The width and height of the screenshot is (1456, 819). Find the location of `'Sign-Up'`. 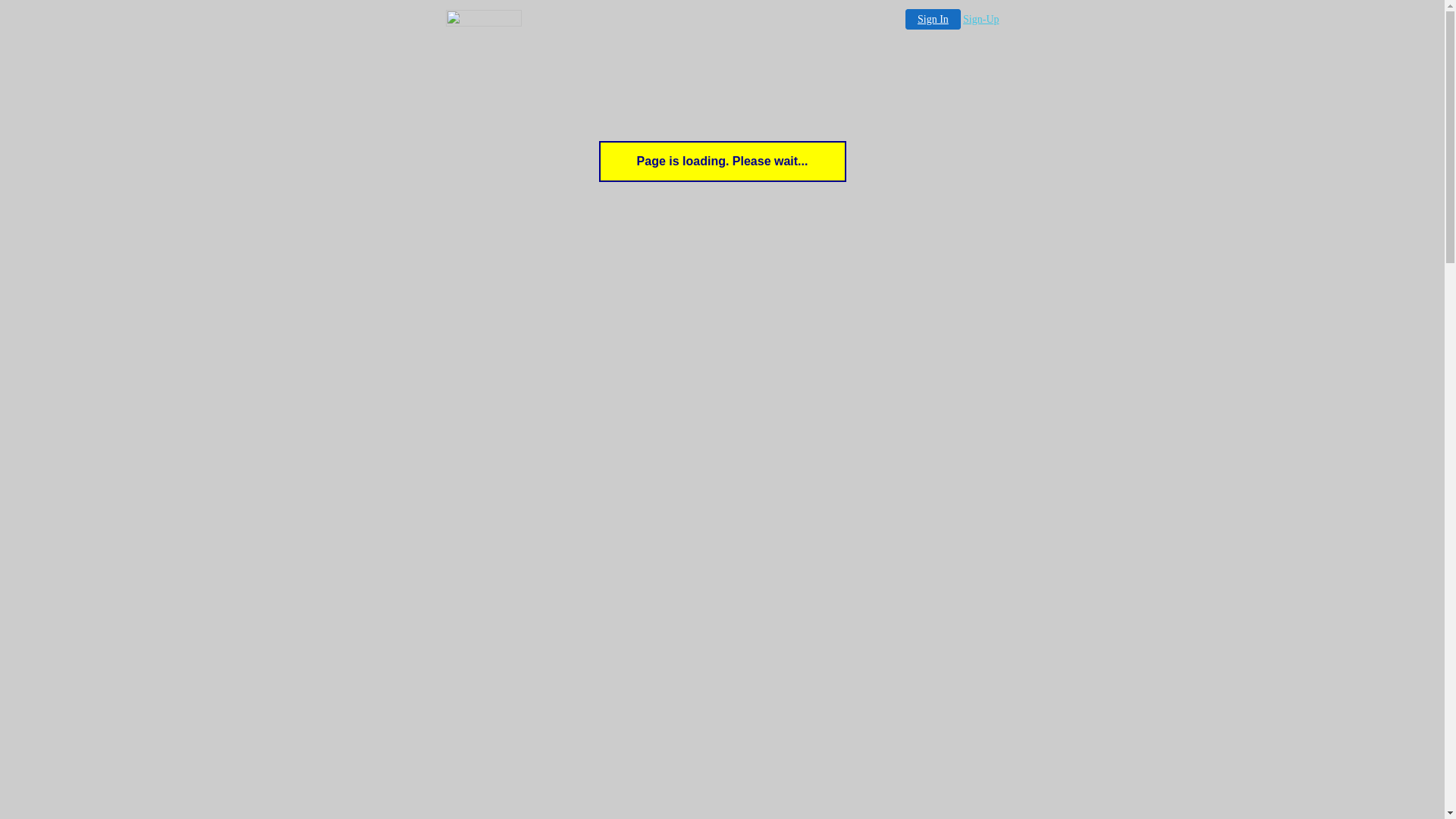

'Sign-Up' is located at coordinates (981, 19).